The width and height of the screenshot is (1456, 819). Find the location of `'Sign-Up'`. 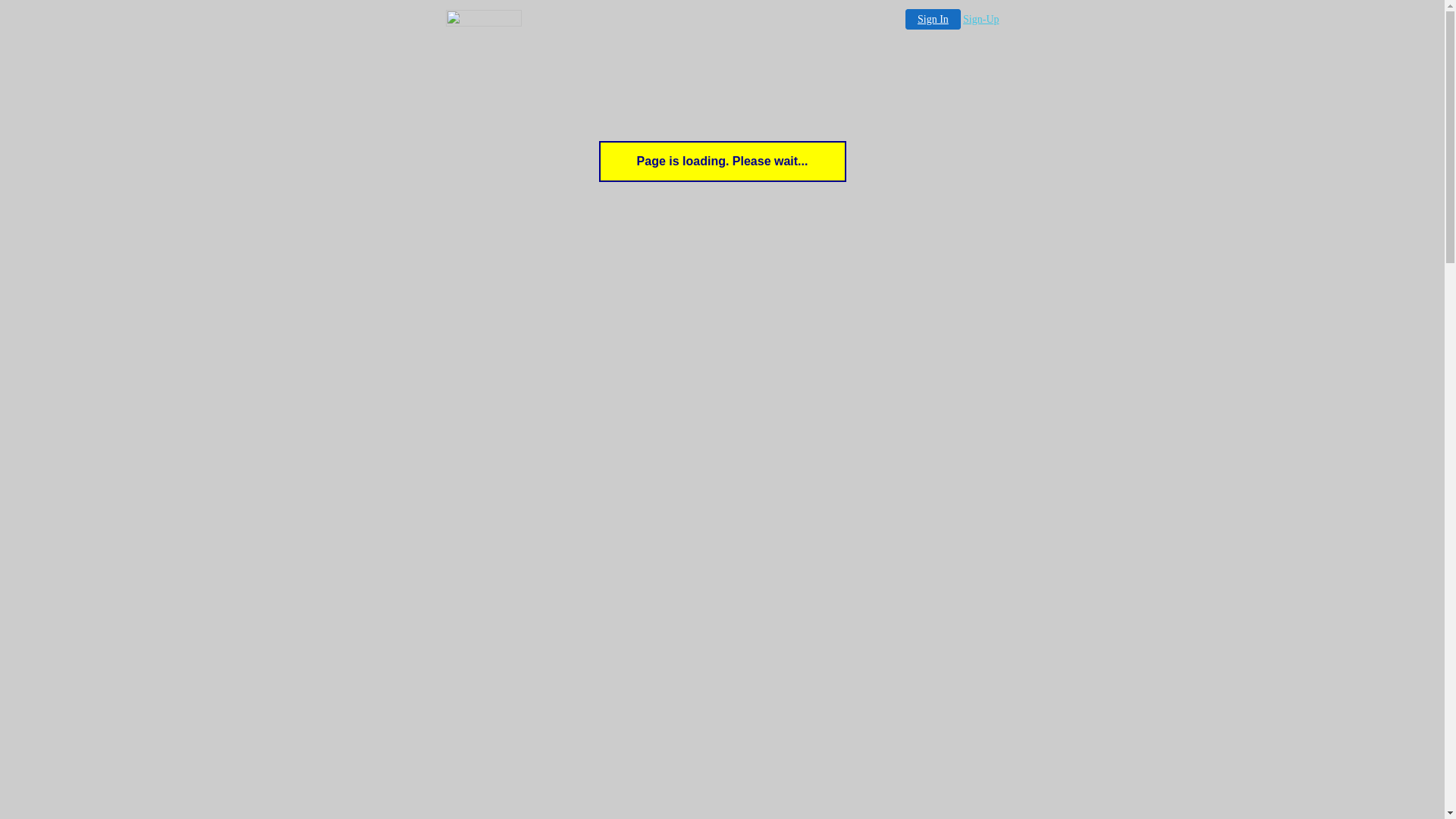

'Sign-Up' is located at coordinates (981, 19).